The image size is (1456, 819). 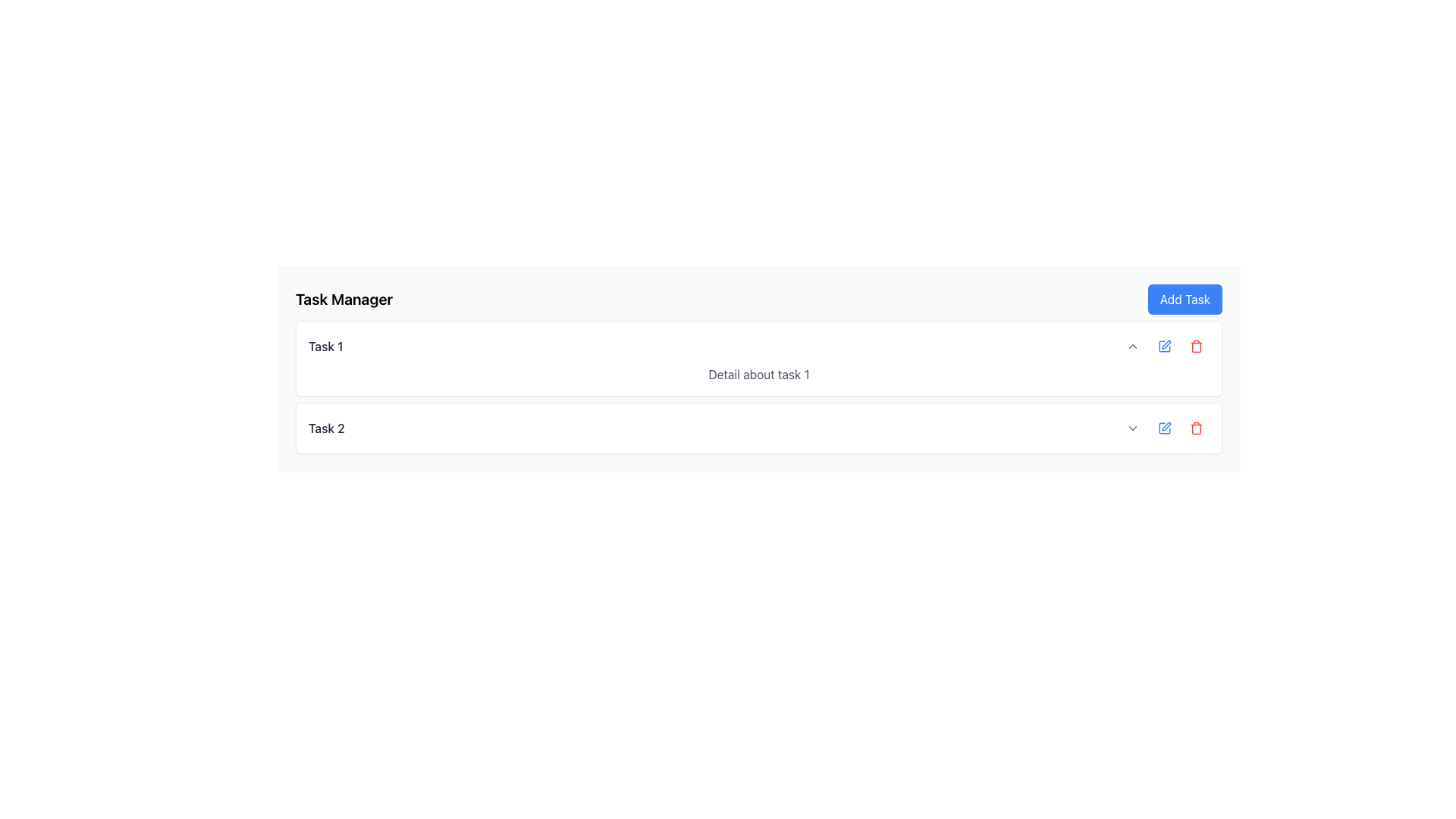 What do you see at coordinates (1164, 428) in the screenshot?
I see `the pen icon button located on the right side of the task list for 'Task 2' to initiate an edit action` at bounding box center [1164, 428].